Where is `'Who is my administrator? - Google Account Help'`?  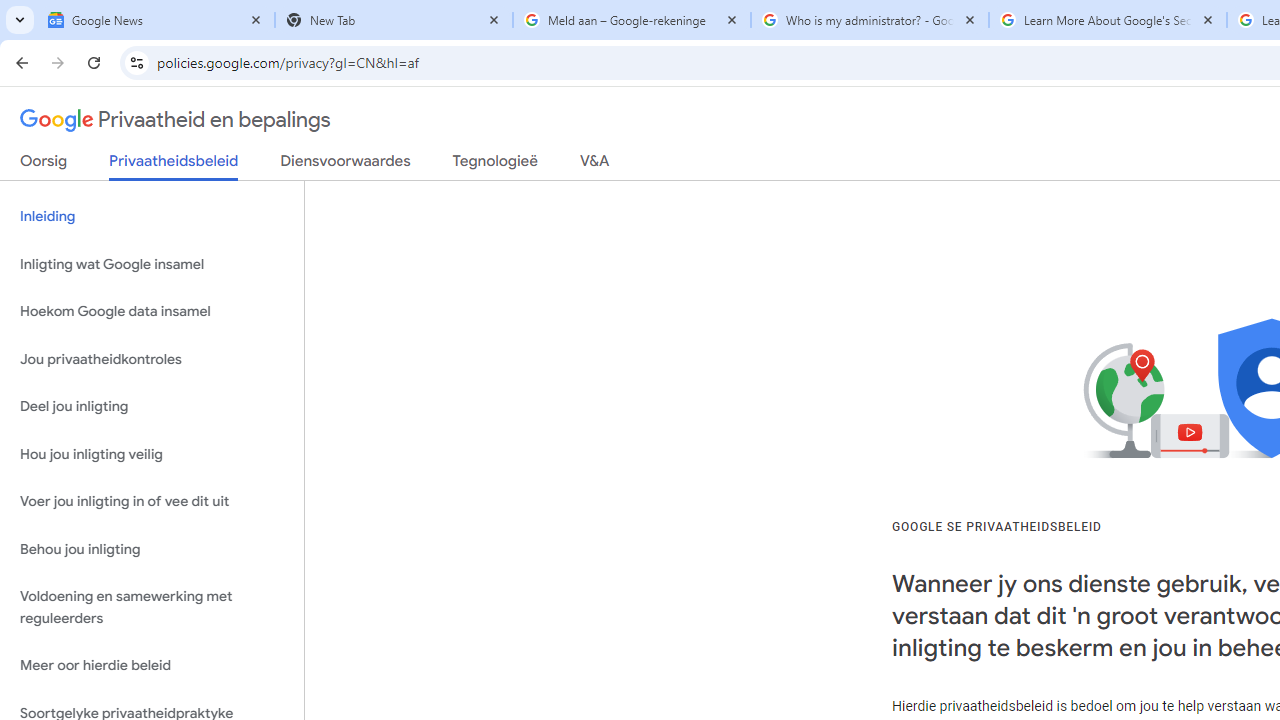
'Who is my administrator? - Google Account Help' is located at coordinates (870, 20).